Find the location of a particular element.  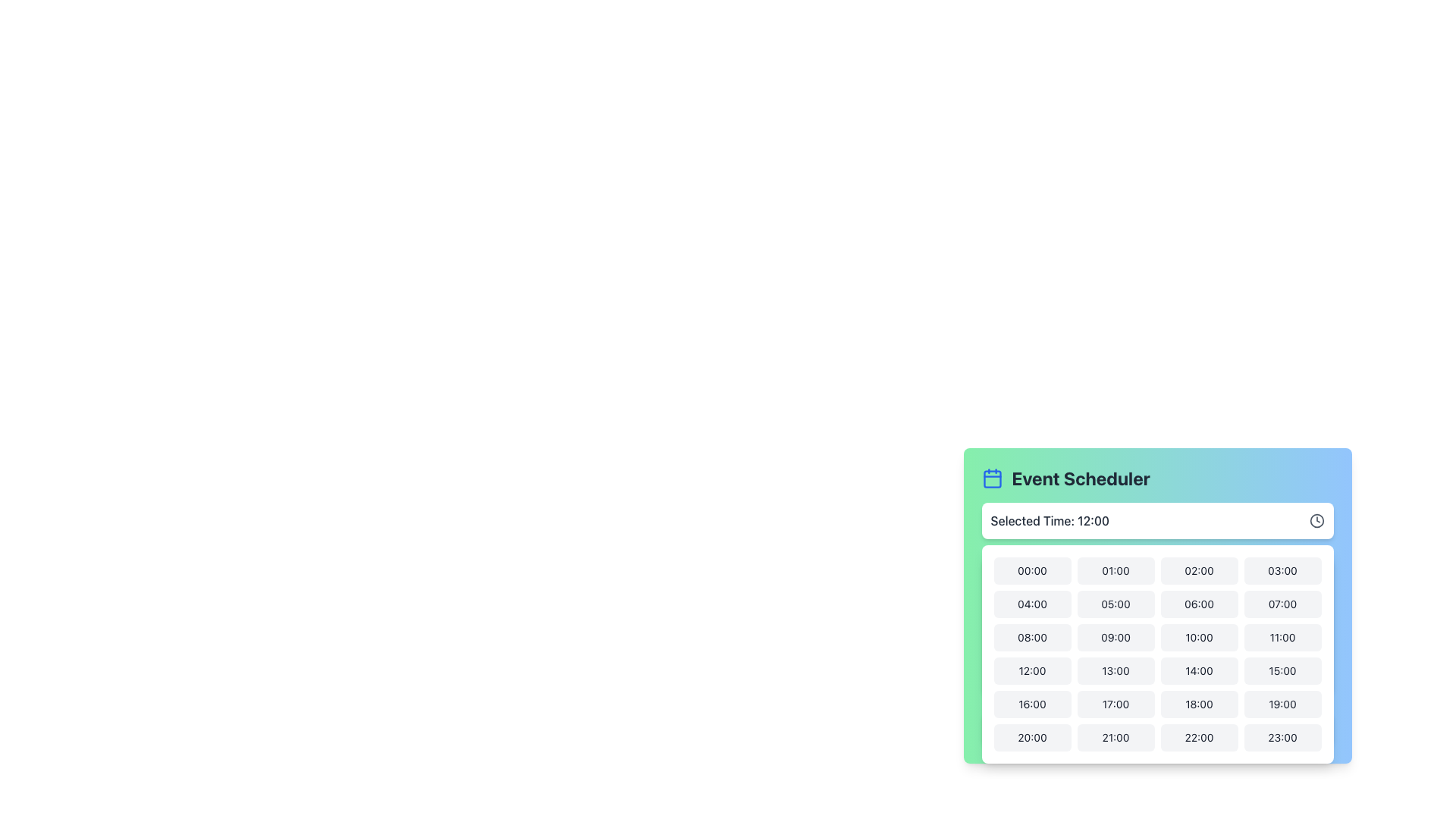

the rectangular button labeled '23:00' located in the last row and fourth column of the Event Scheduler popup, which has a dark gray text on a light gray background that turns blue when hovered over is located at coordinates (1282, 736).